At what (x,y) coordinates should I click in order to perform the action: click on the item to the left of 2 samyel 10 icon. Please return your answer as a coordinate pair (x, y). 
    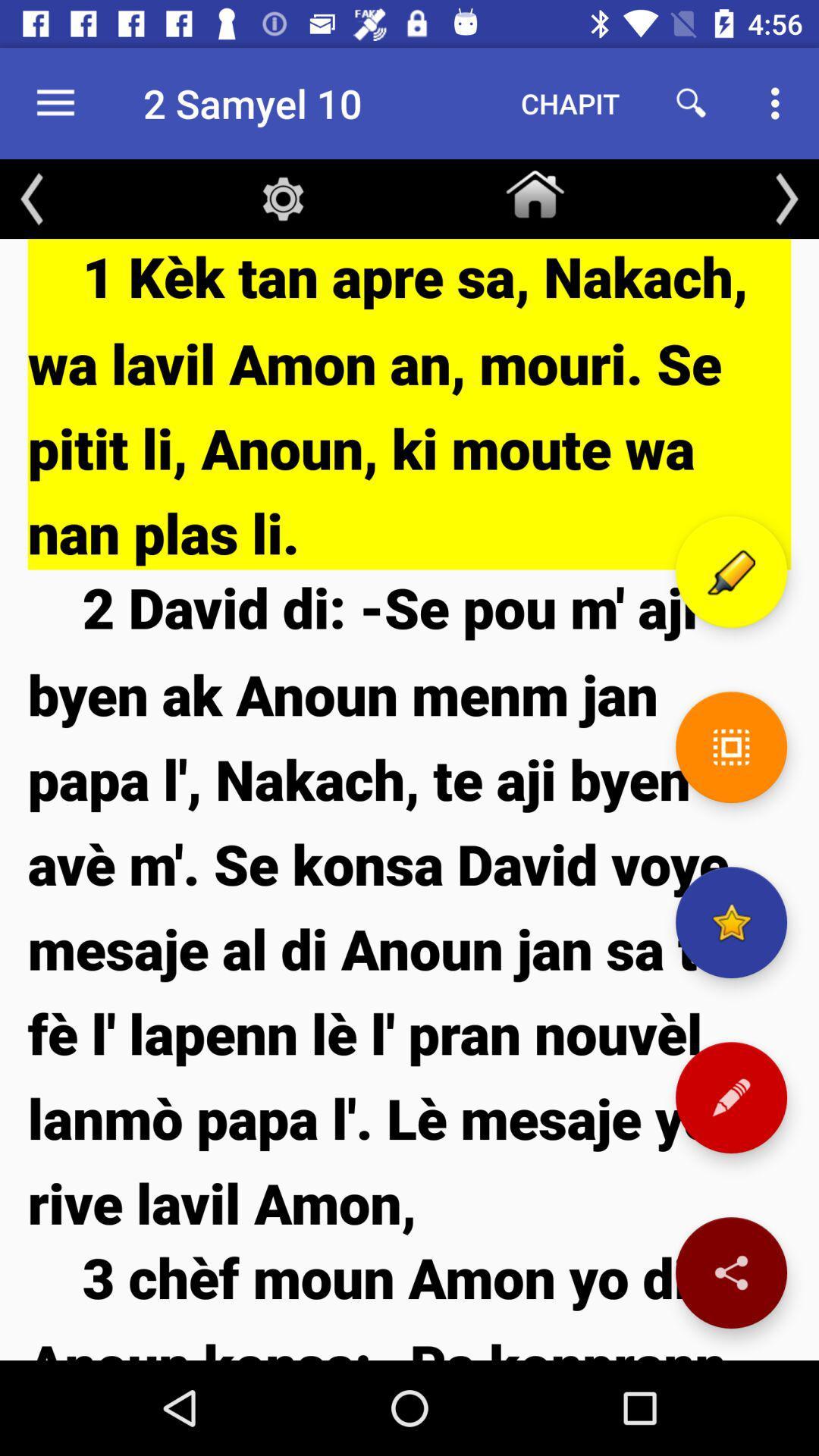
    Looking at the image, I should click on (55, 102).